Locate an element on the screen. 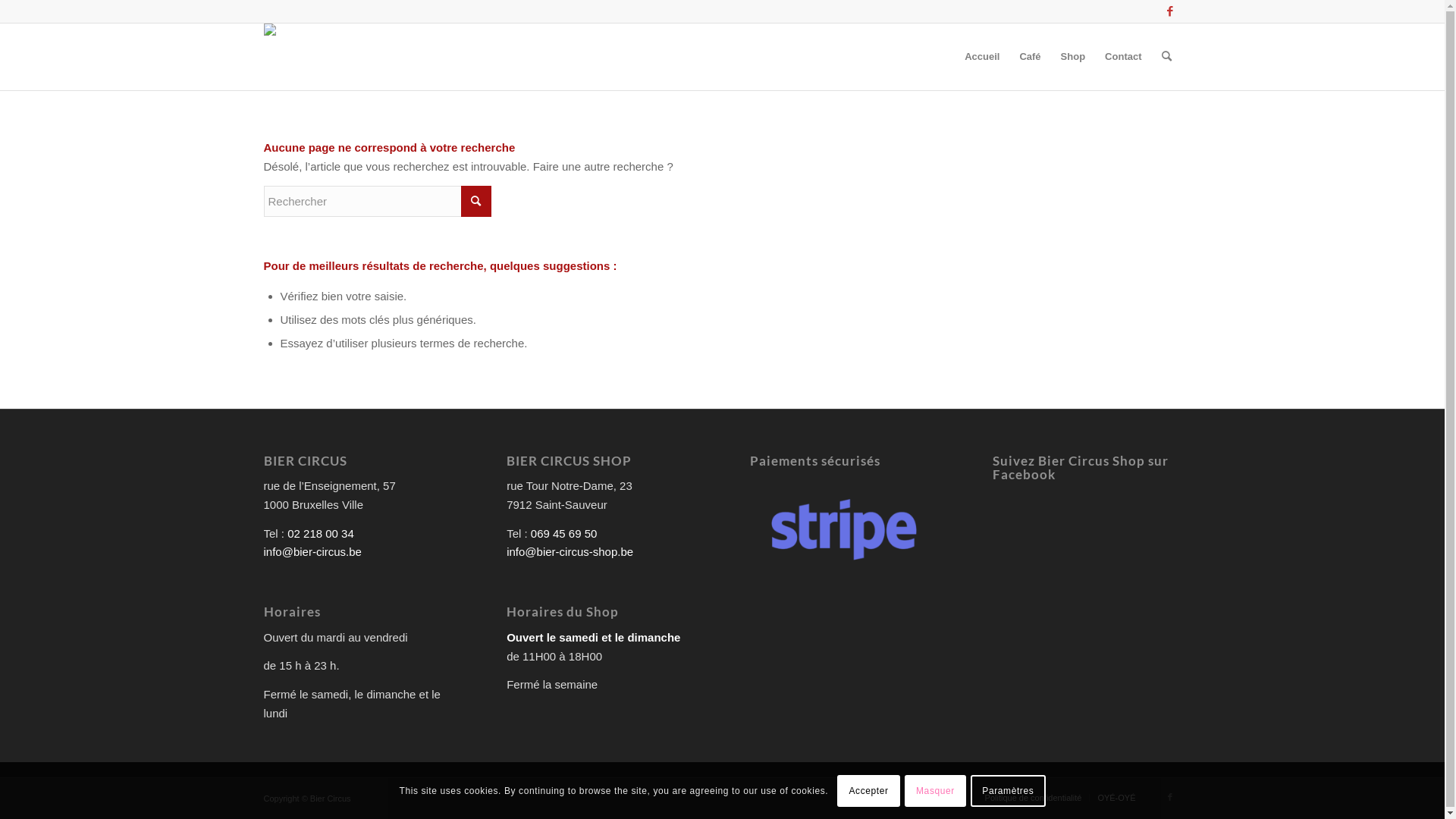 This screenshot has width=1456, height=819. 'Masquer' is located at coordinates (905, 789).